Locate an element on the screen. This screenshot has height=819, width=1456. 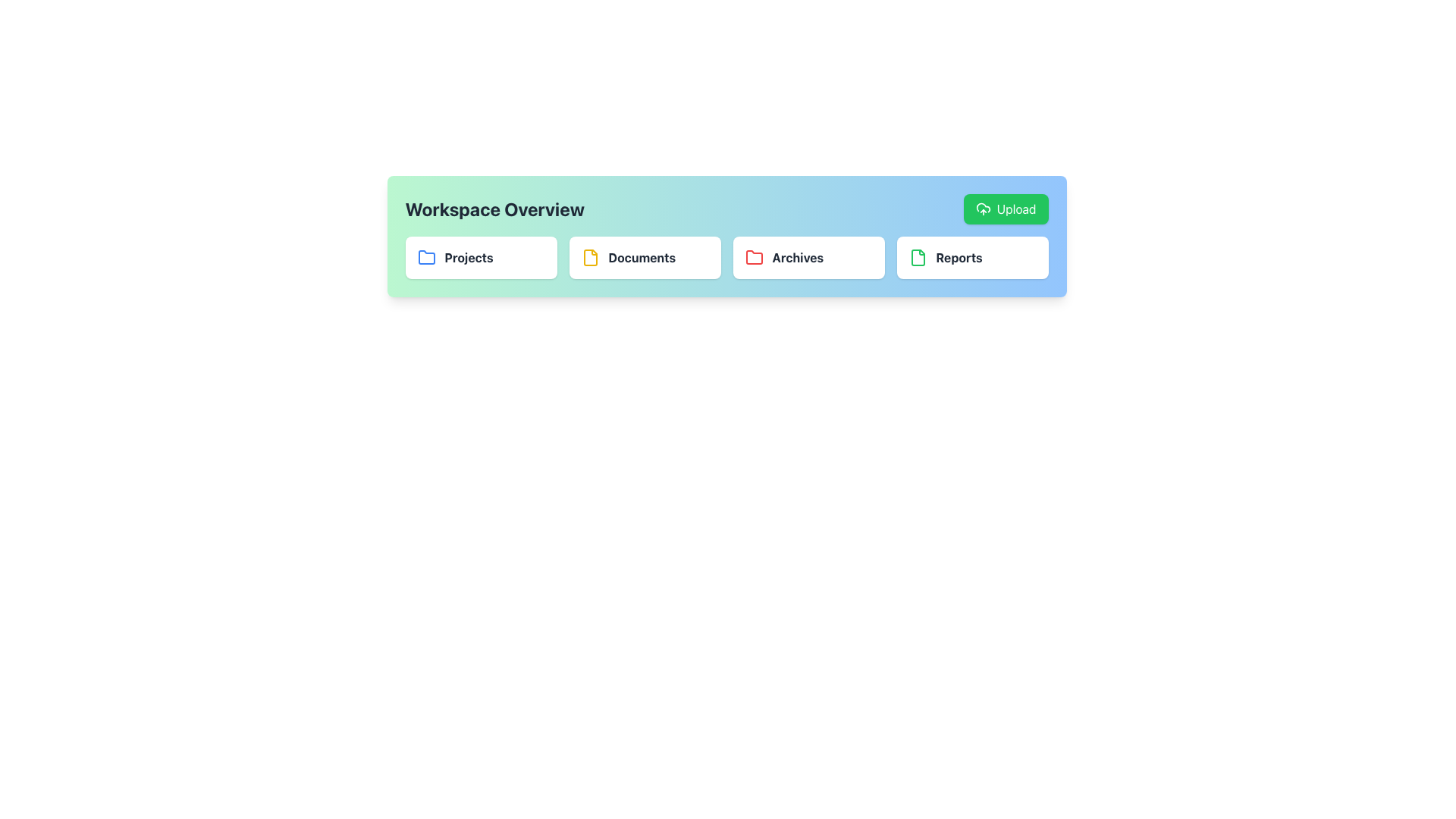
the folder icon representing the 'Projects' category is located at coordinates (425, 256).